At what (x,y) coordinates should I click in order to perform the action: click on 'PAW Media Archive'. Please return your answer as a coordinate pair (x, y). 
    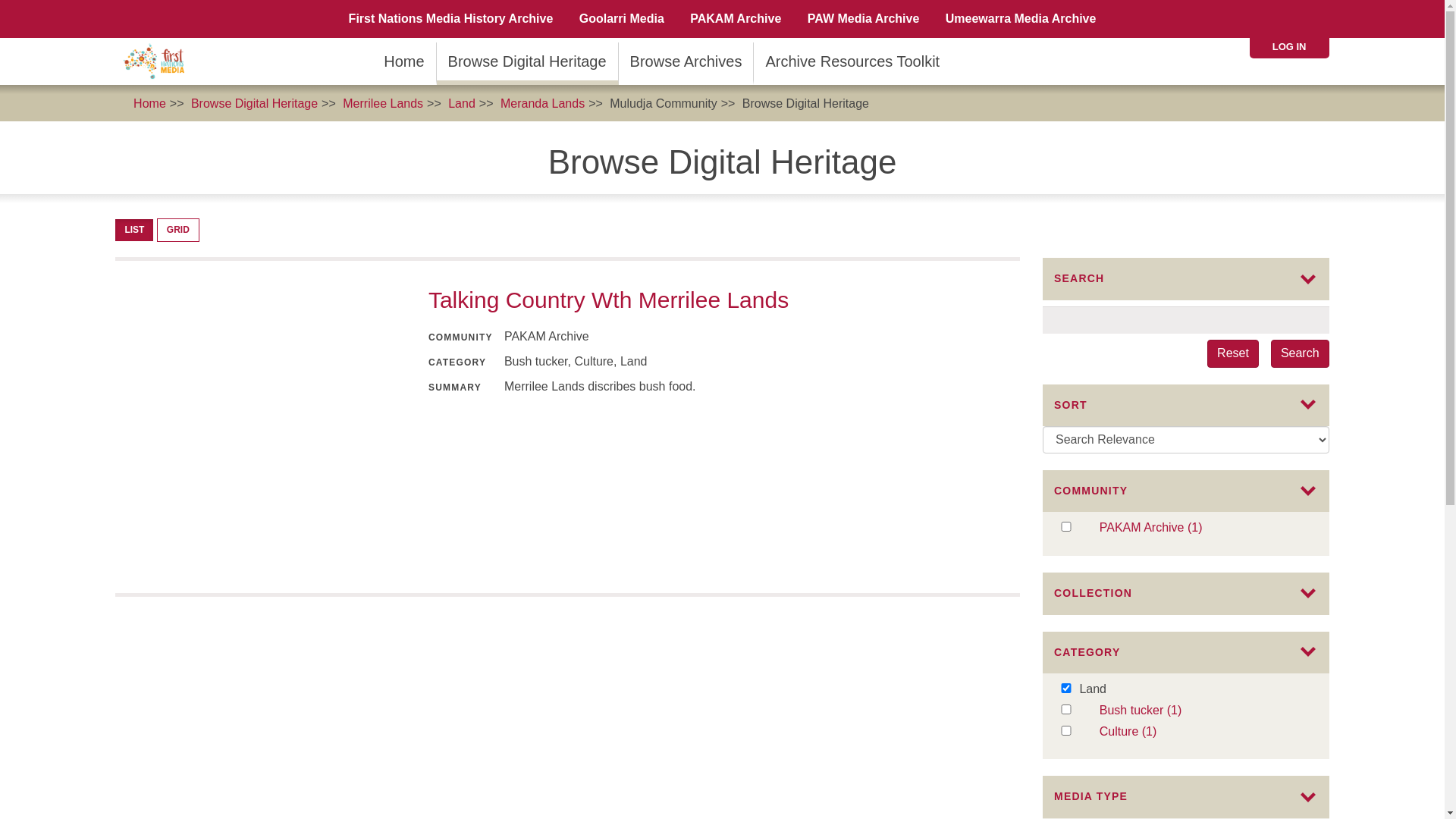
    Looking at the image, I should click on (863, 18).